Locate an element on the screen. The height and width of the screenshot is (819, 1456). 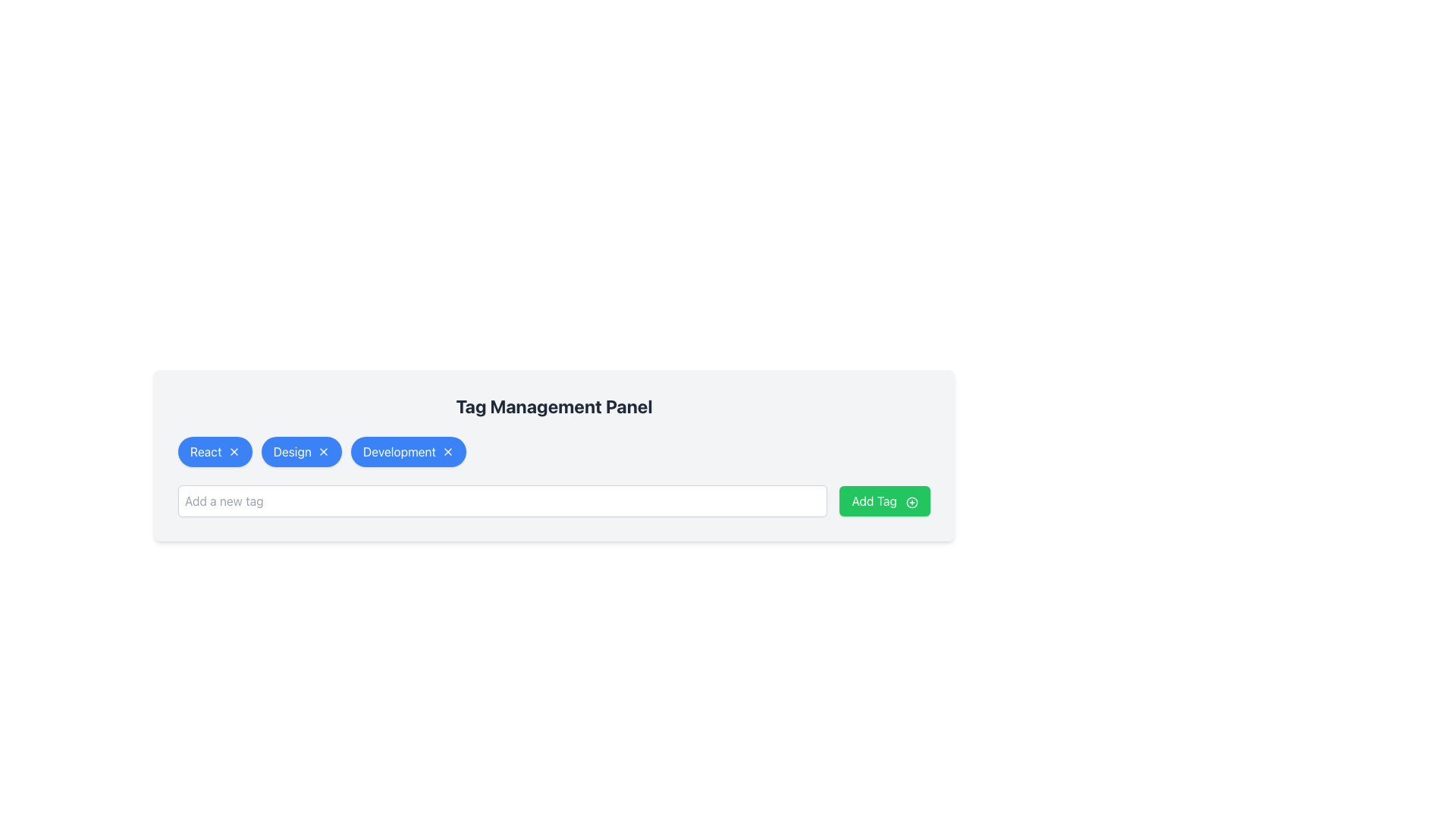
the 'React' tag button with a close icon is located at coordinates (214, 451).